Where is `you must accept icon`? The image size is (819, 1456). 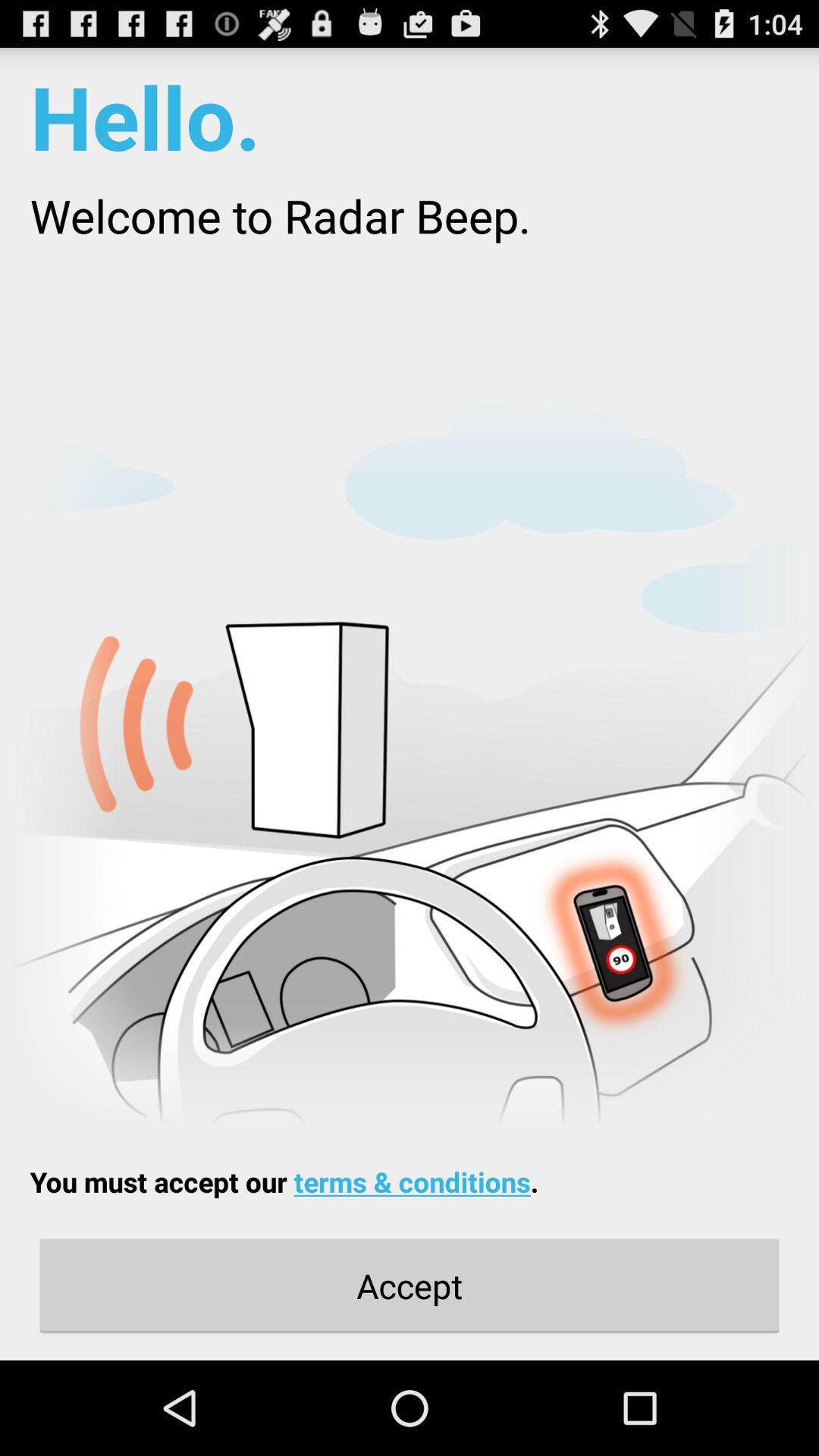
you must accept icon is located at coordinates (284, 1181).